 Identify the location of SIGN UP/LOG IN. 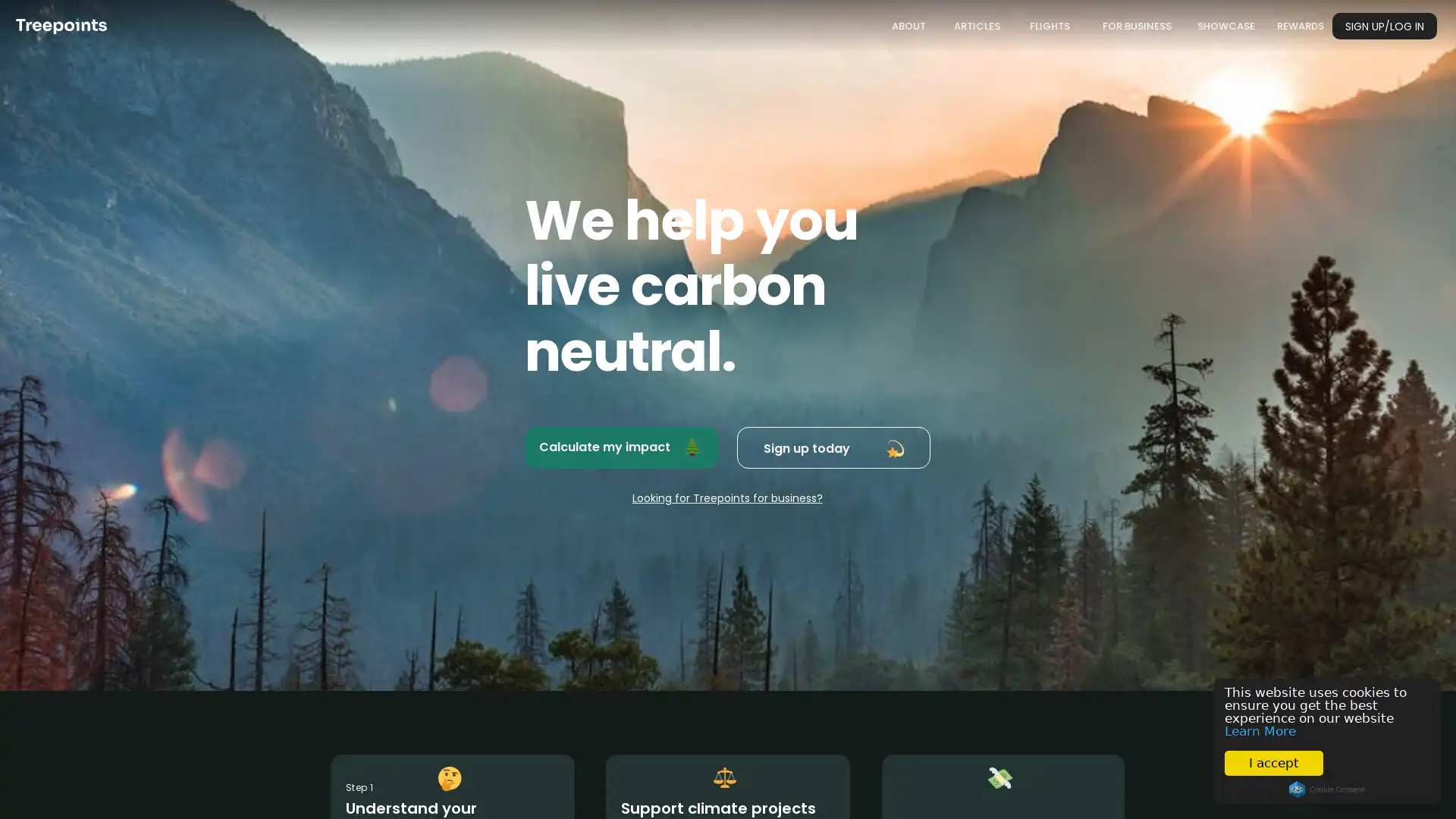
(1384, 26).